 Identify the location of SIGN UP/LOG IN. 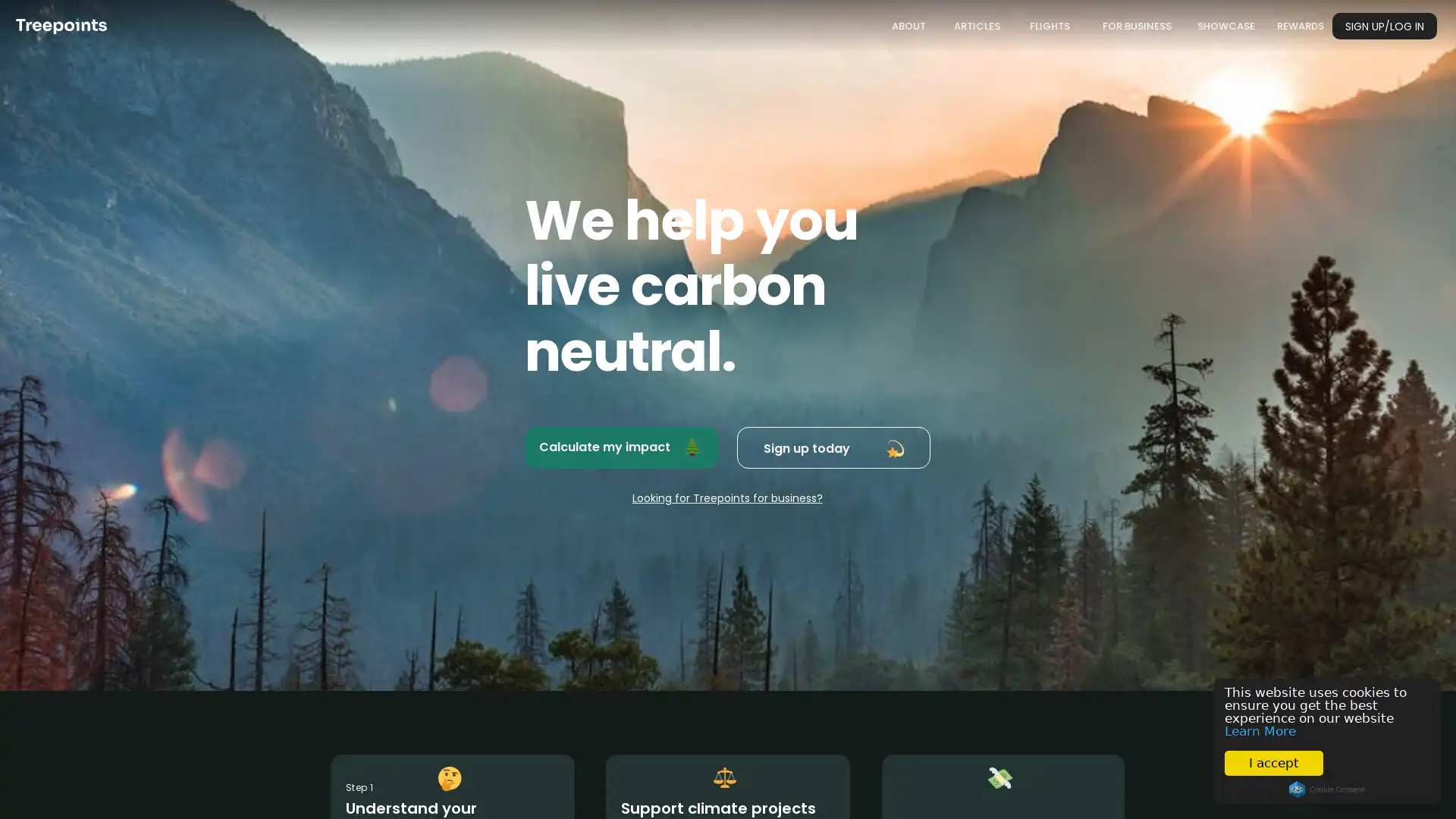
(1384, 26).